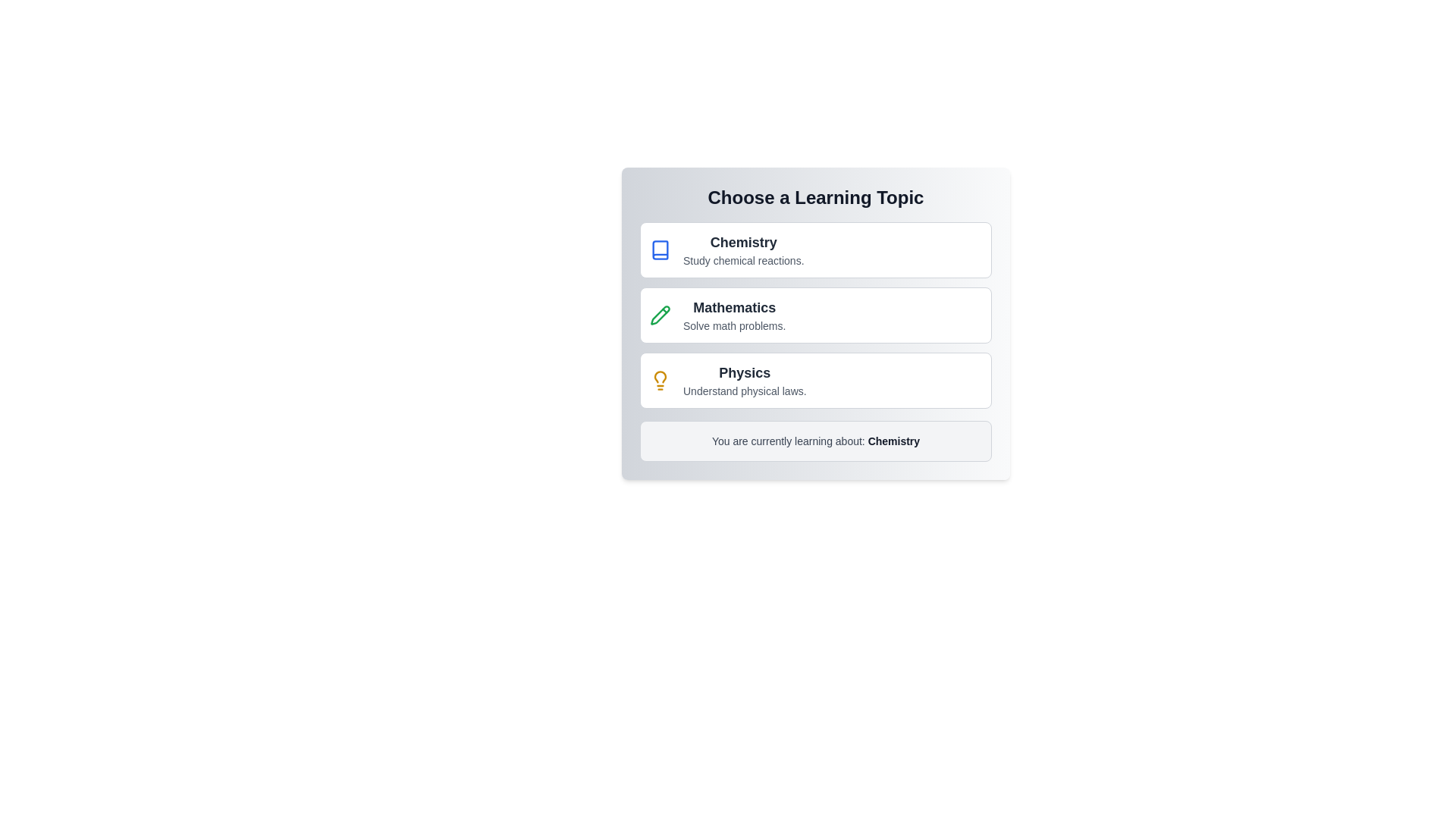  What do you see at coordinates (814, 441) in the screenshot?
I see `text content from the Text Display Box located below the selectable topic options for learning topics` at bounding box center [814, 441].